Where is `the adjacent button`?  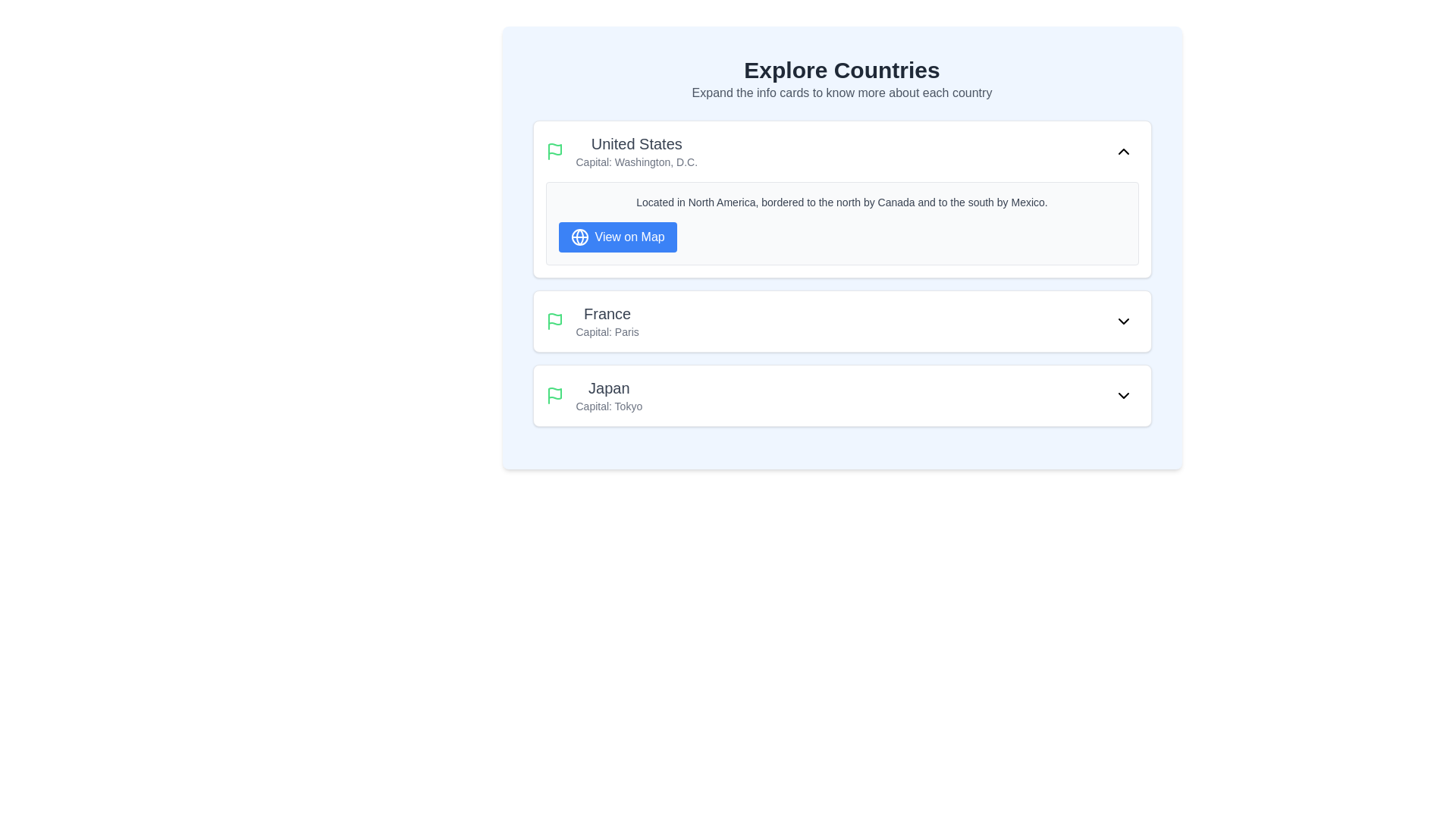 the adjacent button is located at coordinates (841, 394).